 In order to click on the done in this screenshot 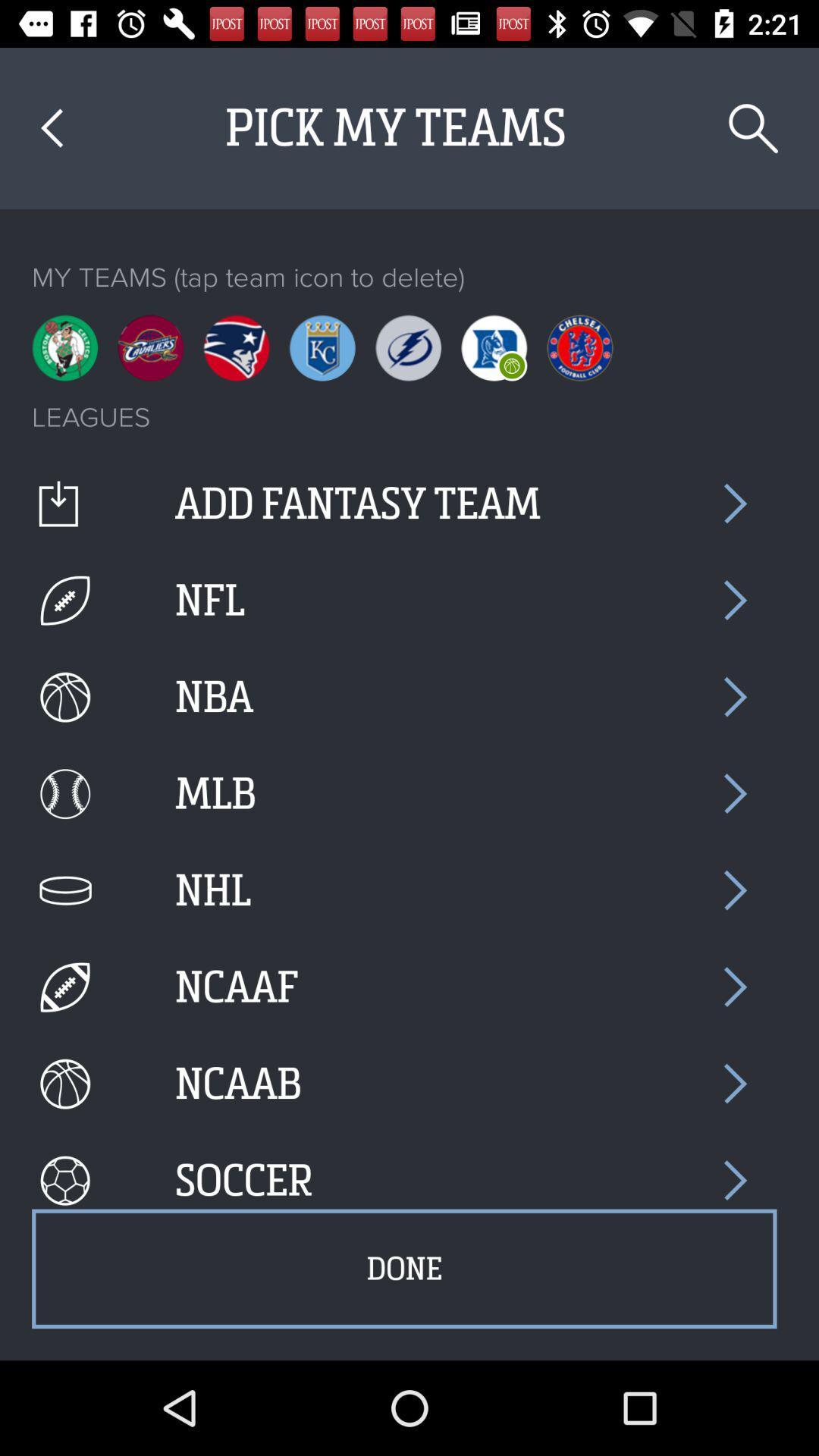, I will do `click(403, 1269)`.